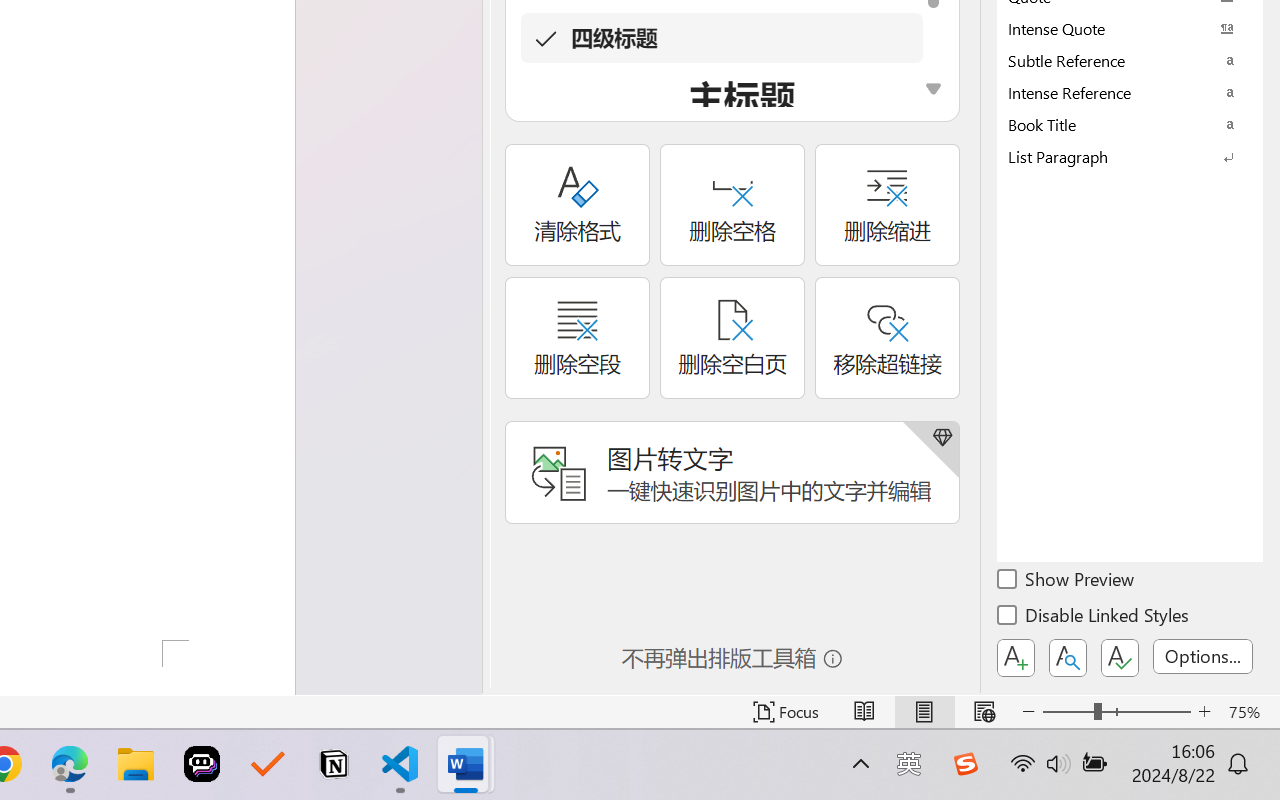  Describe the element at coordinates (1115, 711) in the screenshot. I see `'Zoom'` at that location.